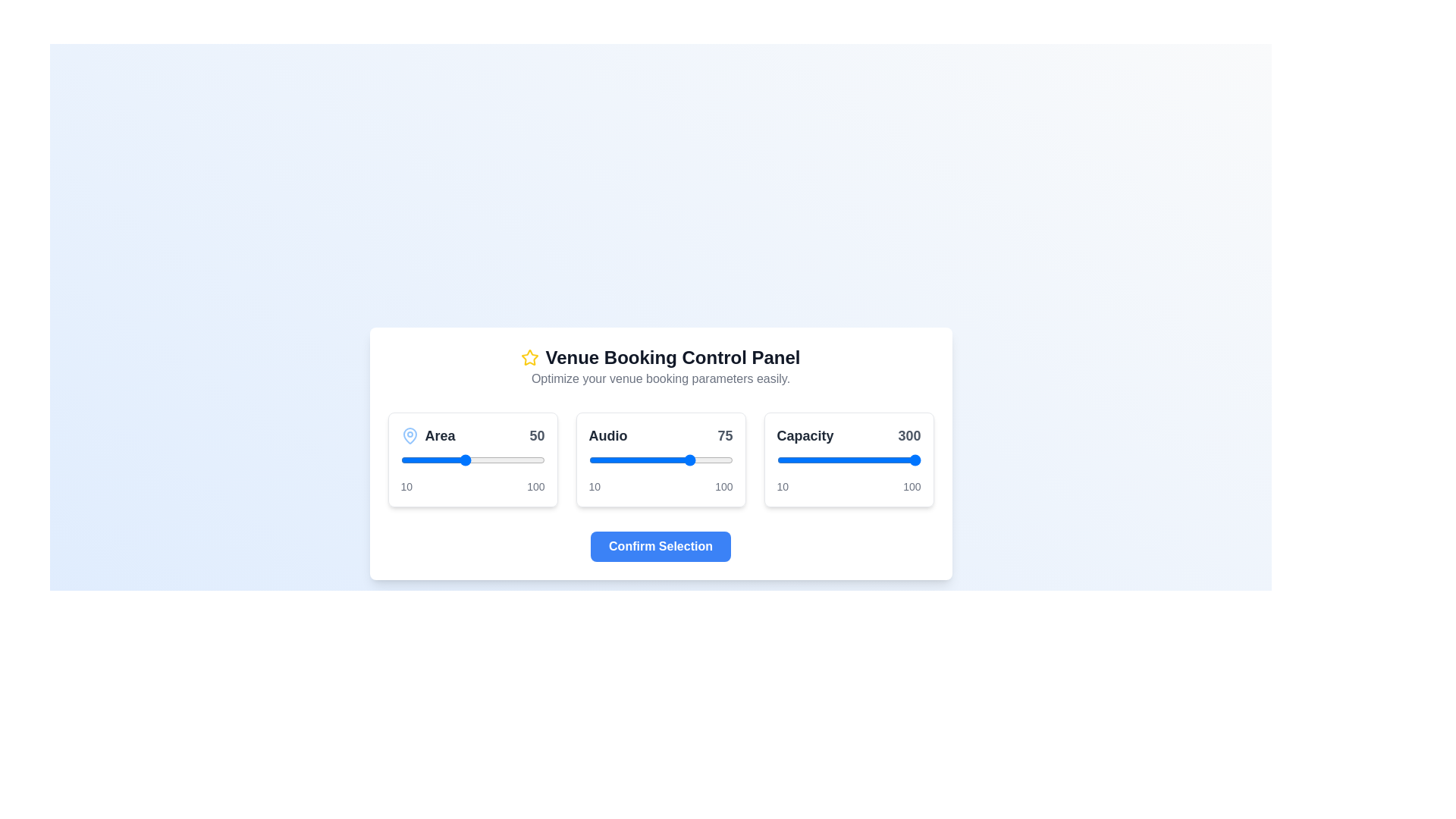 This screenshot has height=819, width=1456. I want to click on the Text label group that provides minimum ('10') and maximum ('100') values for the associated capacity slider, located below the slider and above the 'Confirm Selection' button in the 'Capacity' box, so click(848, 486).